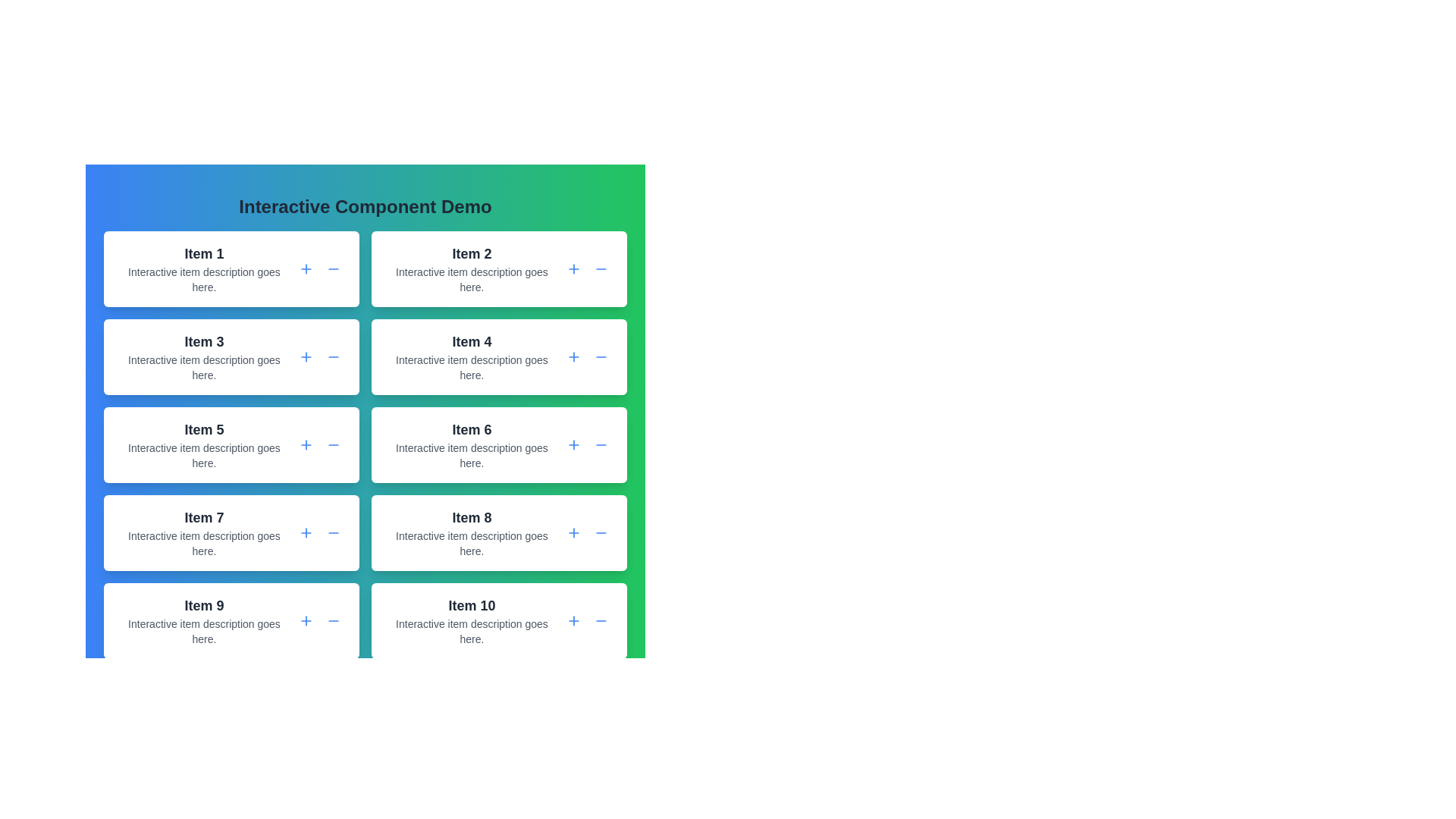  Describe the element at coordinates (333, 620) in the screenshot. I see `the small blue text button with a horizontal minus sign icon located next to 'Item 9'` at that location.